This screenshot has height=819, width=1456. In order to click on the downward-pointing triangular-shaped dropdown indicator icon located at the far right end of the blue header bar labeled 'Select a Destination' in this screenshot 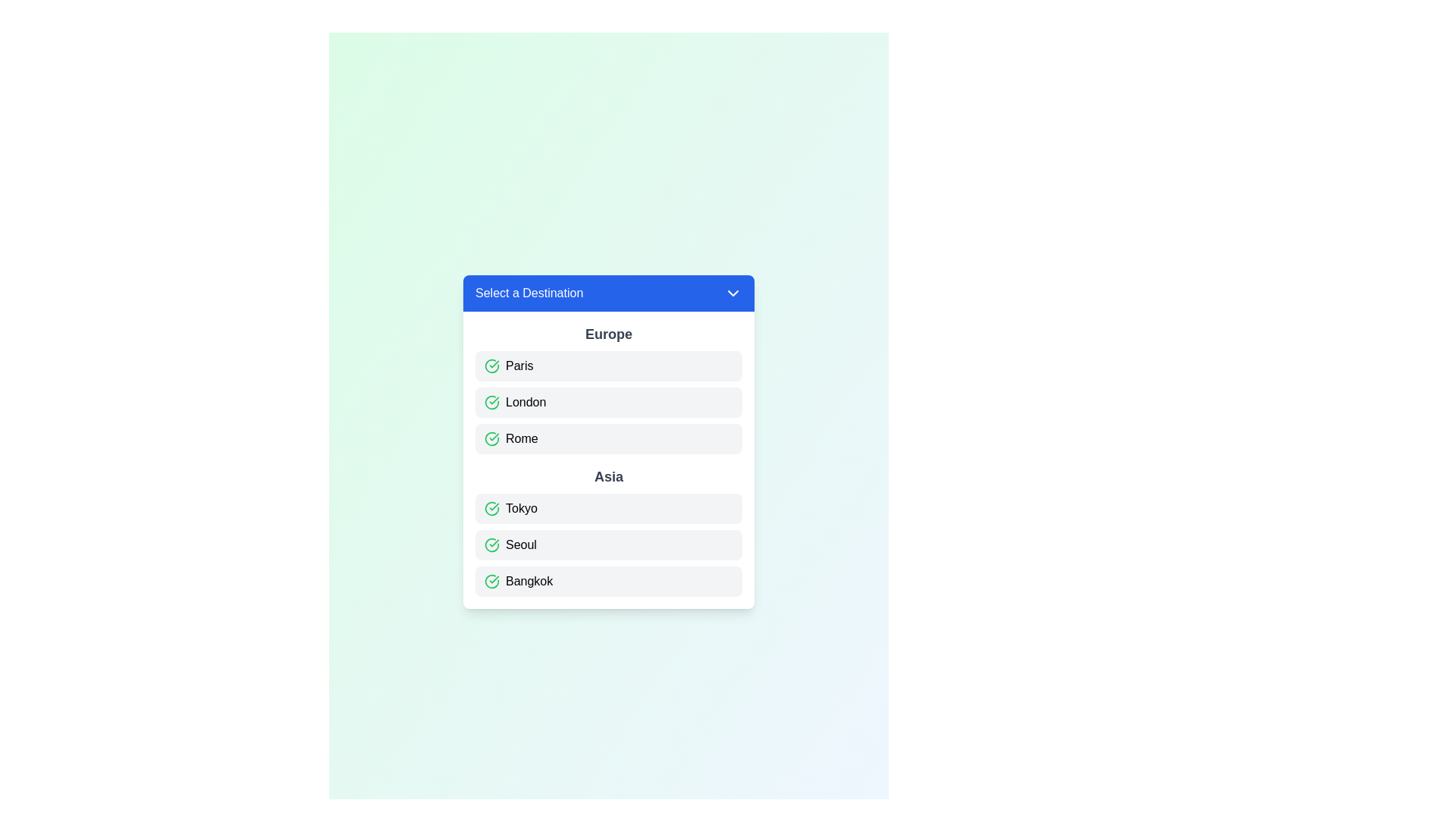, I will do `click(733, 293)`.